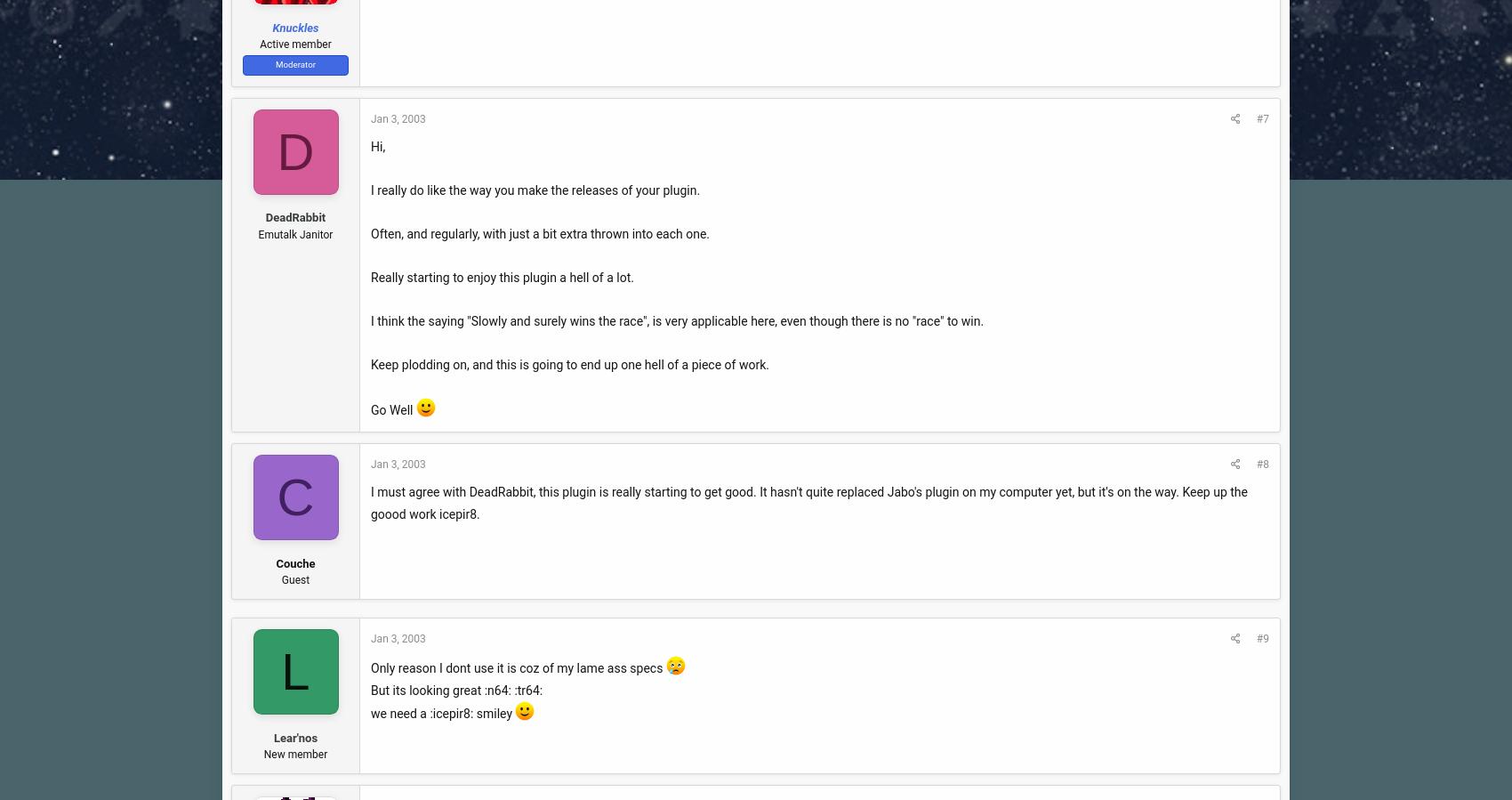 This screenshot has width=1512, height=800. Describe the element at coordinates (294, 26) in the screenshot. I see `'Knuckles'` at that location.